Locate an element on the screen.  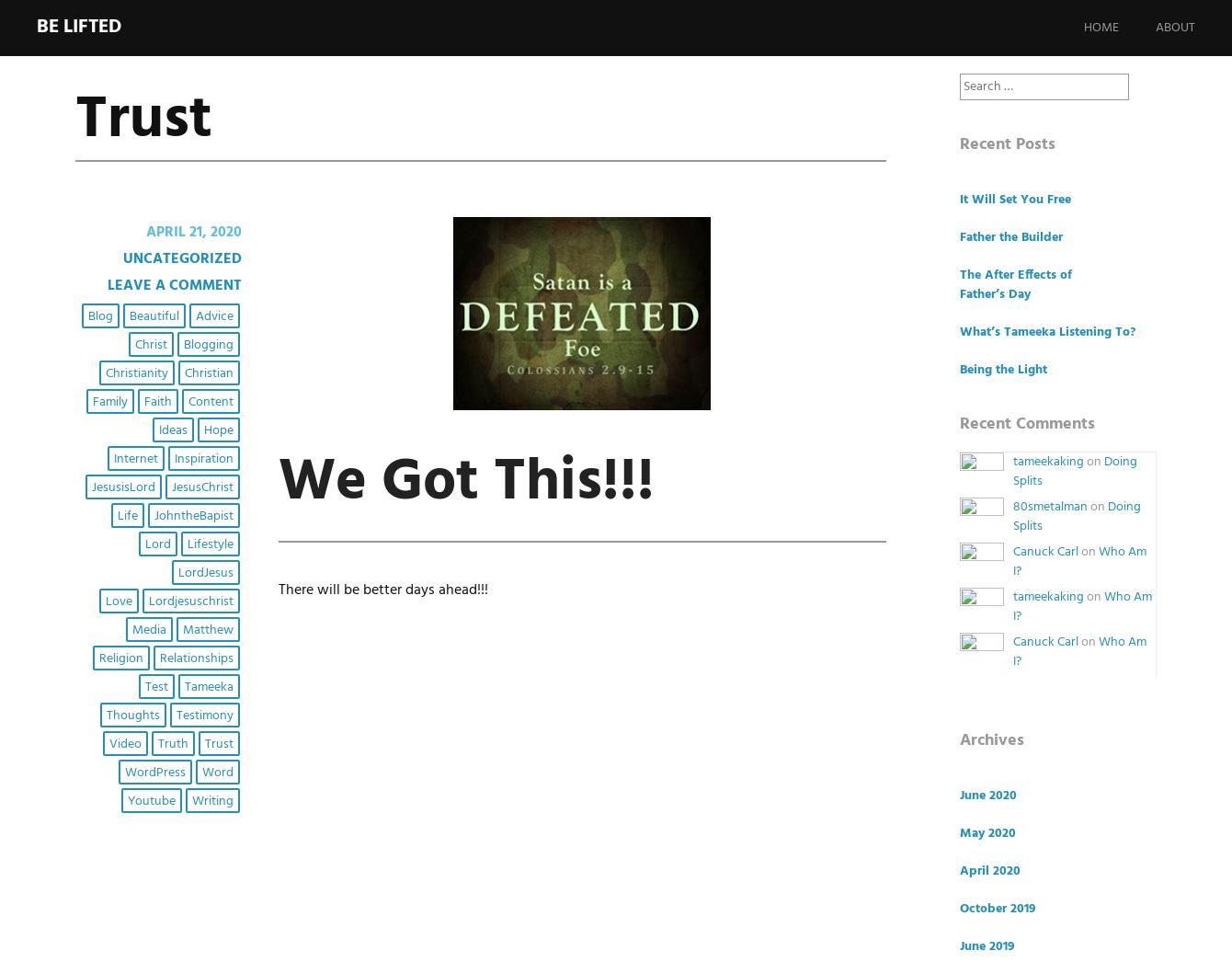
'JesusChrist' is located at coordinates (200, 487).